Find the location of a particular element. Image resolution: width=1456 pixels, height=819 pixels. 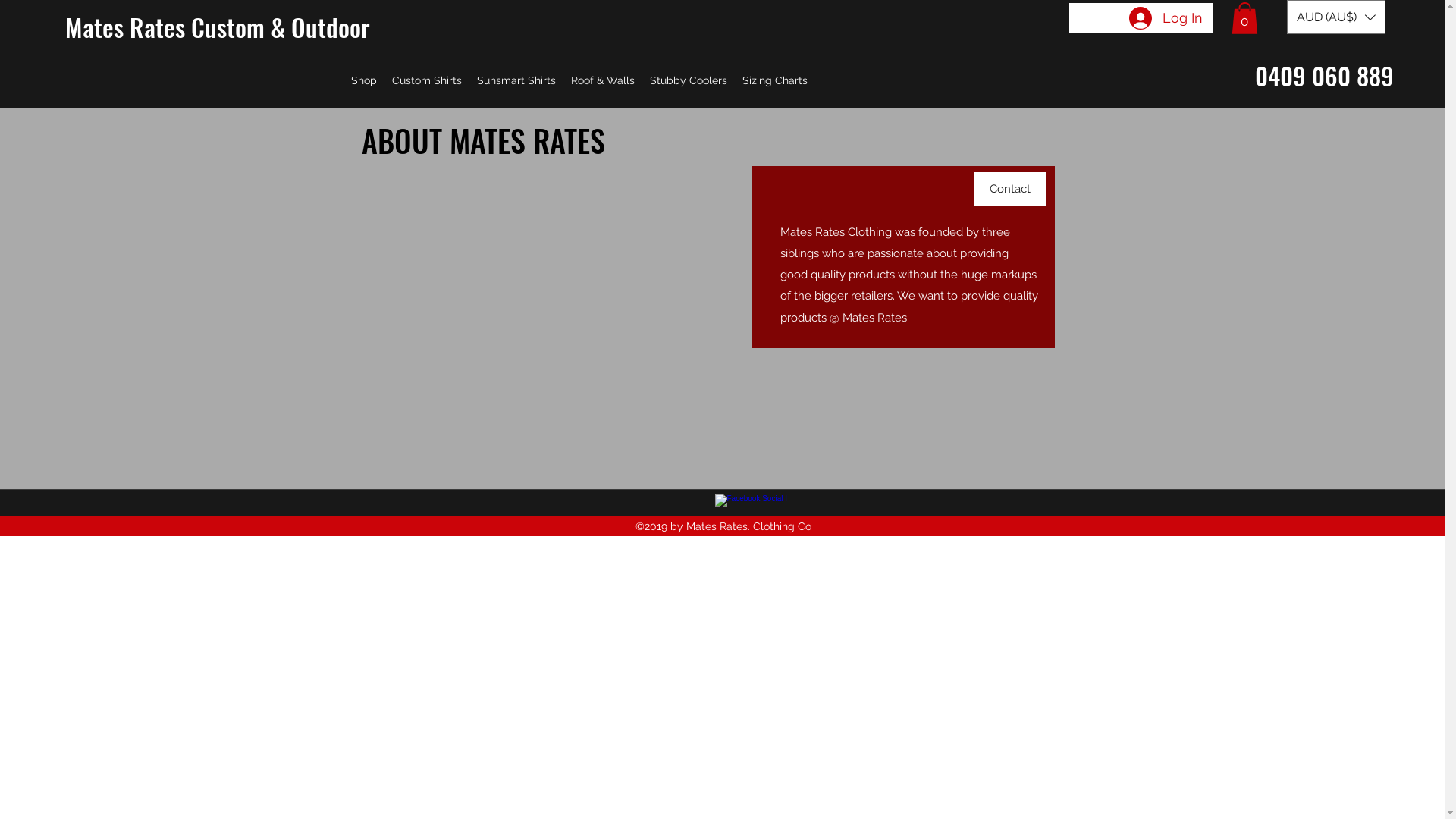

'Custom Shirts' is located at coordinates (425, 80).